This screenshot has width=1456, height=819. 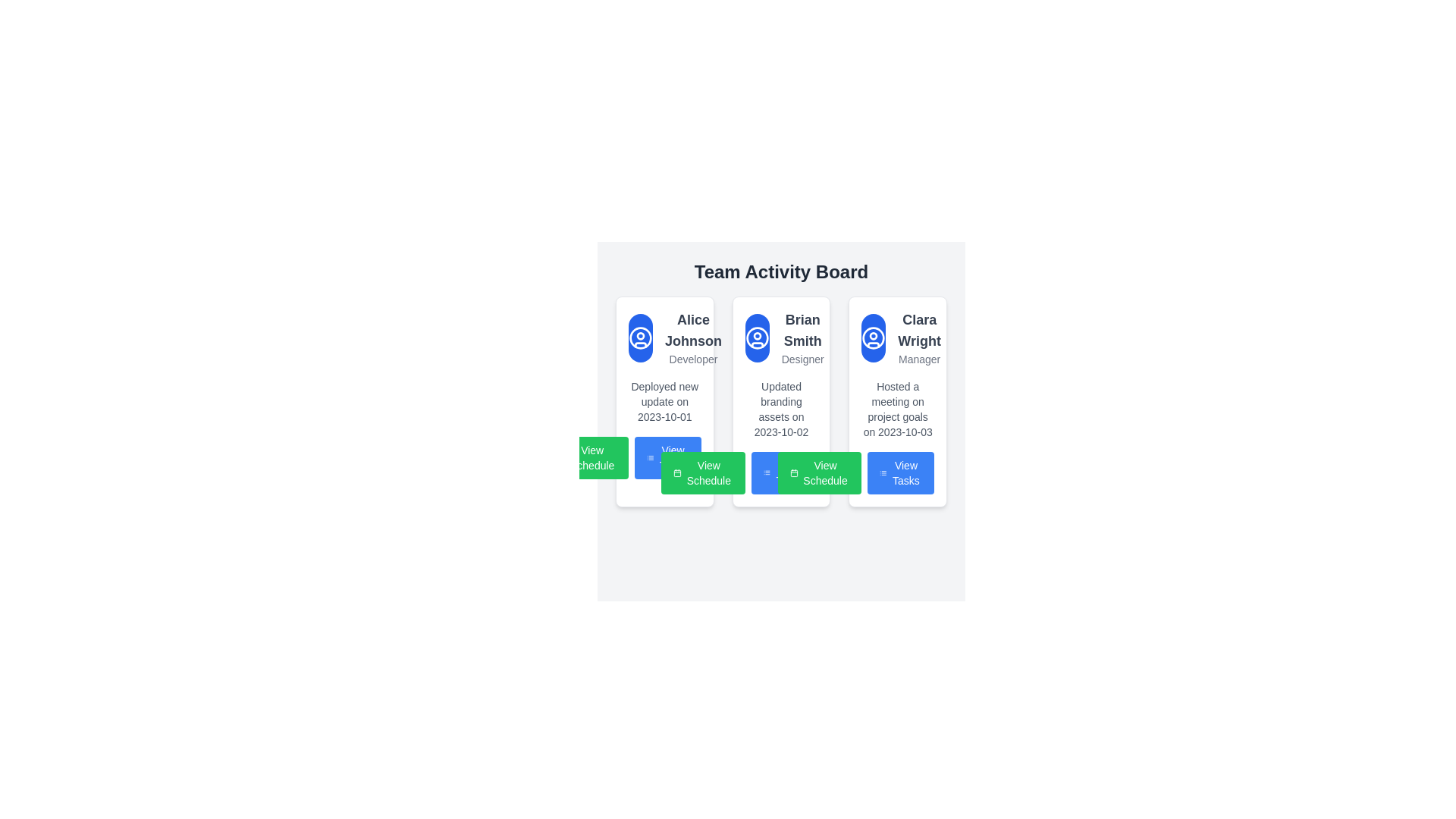 What do you see at coordinates (664, 400) in the screenshot?
I see `the text label displaying 'Deployed new update on 2023-10-01' located below the 'Developer' role indicator in Alice Johnson's user card` at bounding box center [664, 400].